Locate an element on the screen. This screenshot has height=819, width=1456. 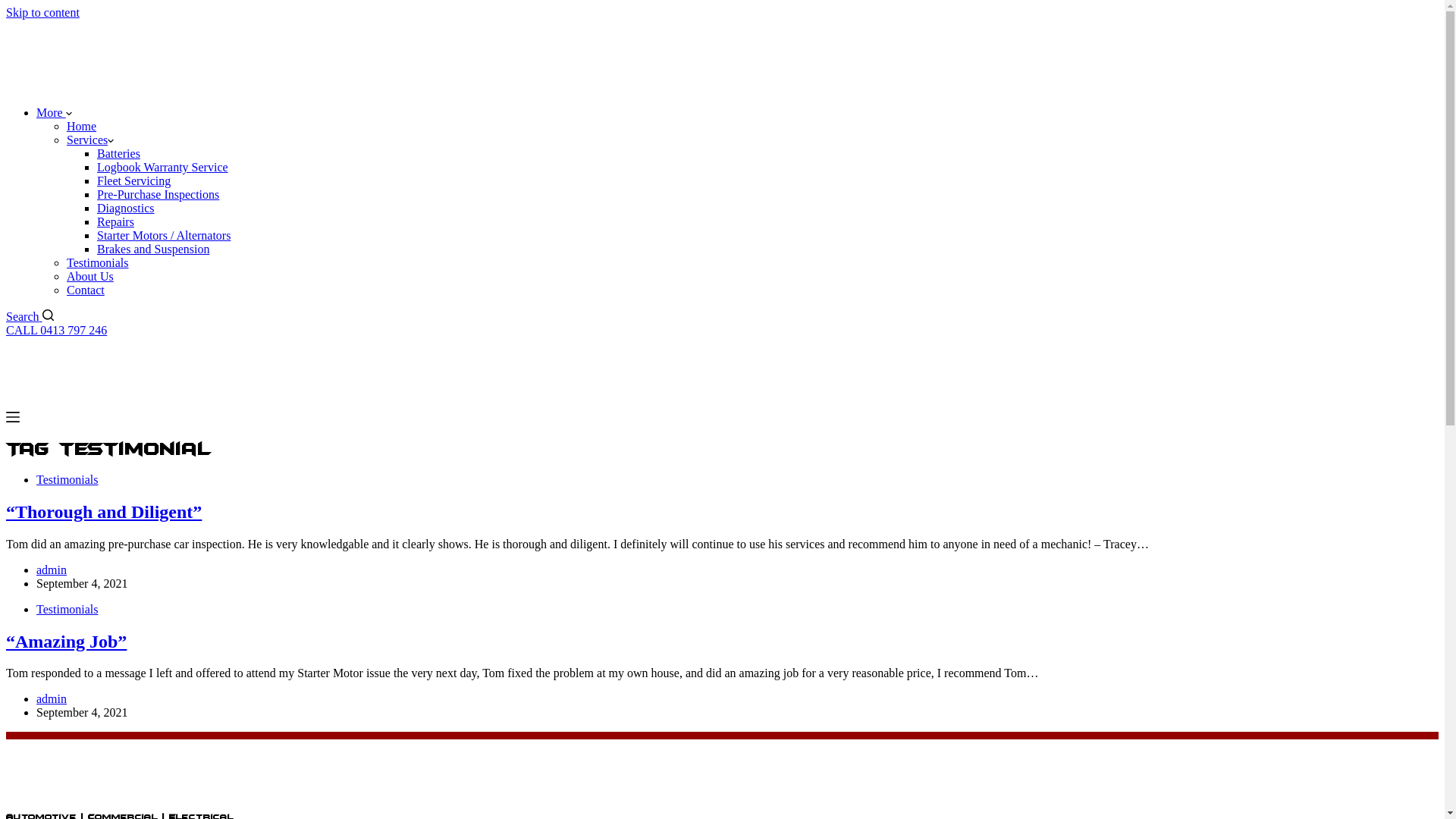
'Pre-Purchase Inspections' is located at coordinates (96, 193).